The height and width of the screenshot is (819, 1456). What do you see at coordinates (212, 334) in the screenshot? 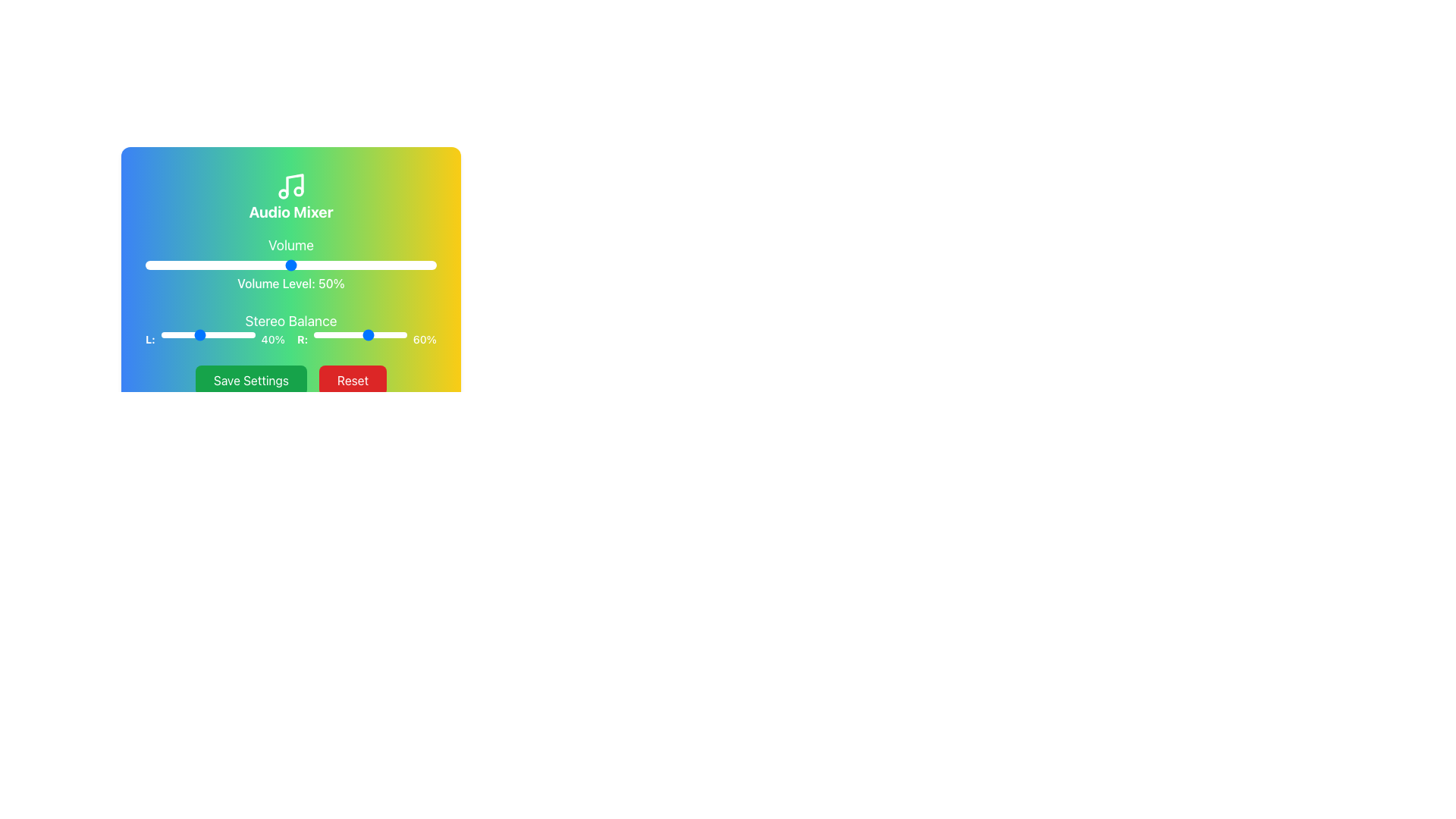
I see `the left stereo balance` at bounding box center [212, 334].